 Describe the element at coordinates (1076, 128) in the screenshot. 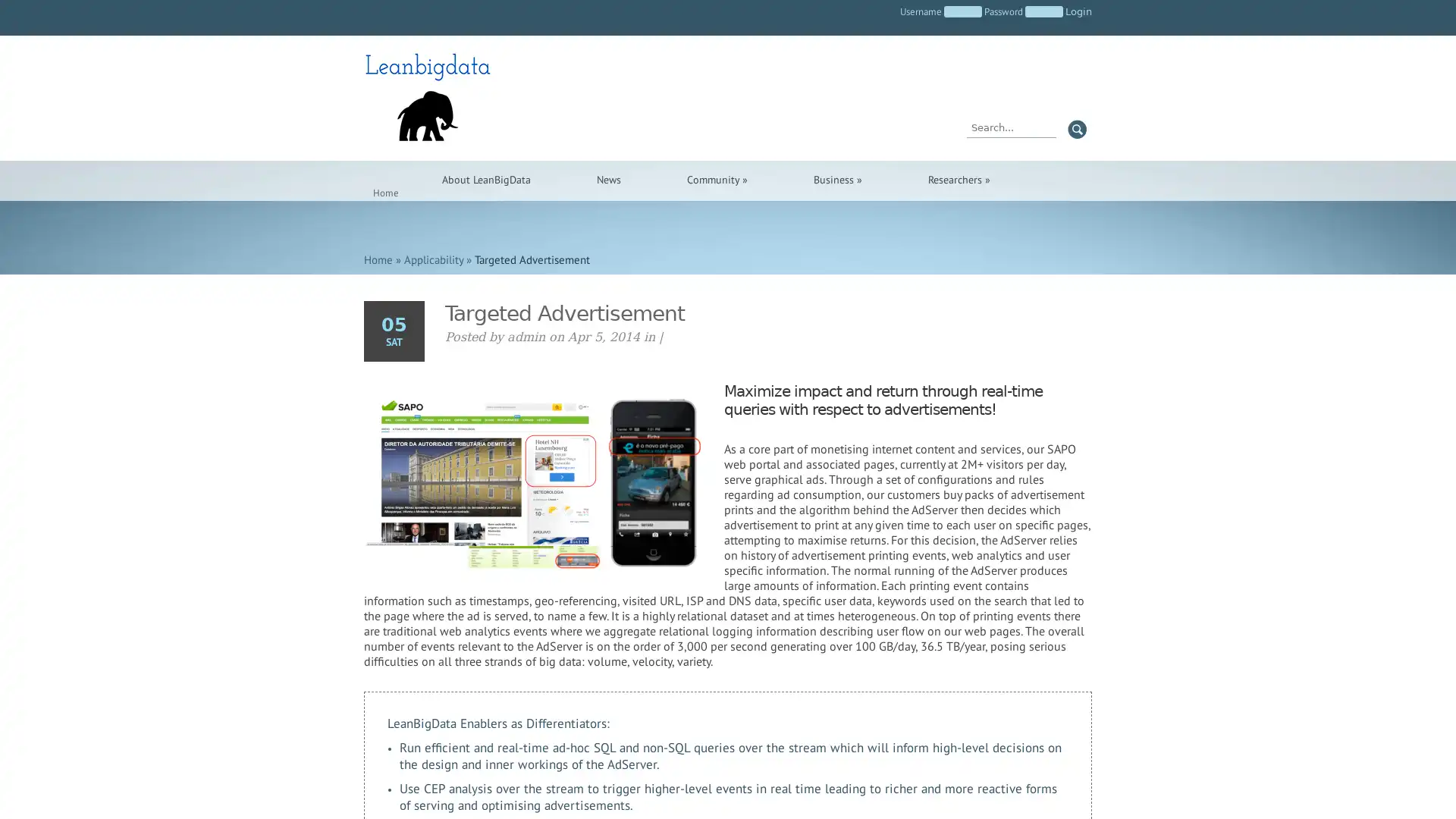

I see `Submit` at that location.